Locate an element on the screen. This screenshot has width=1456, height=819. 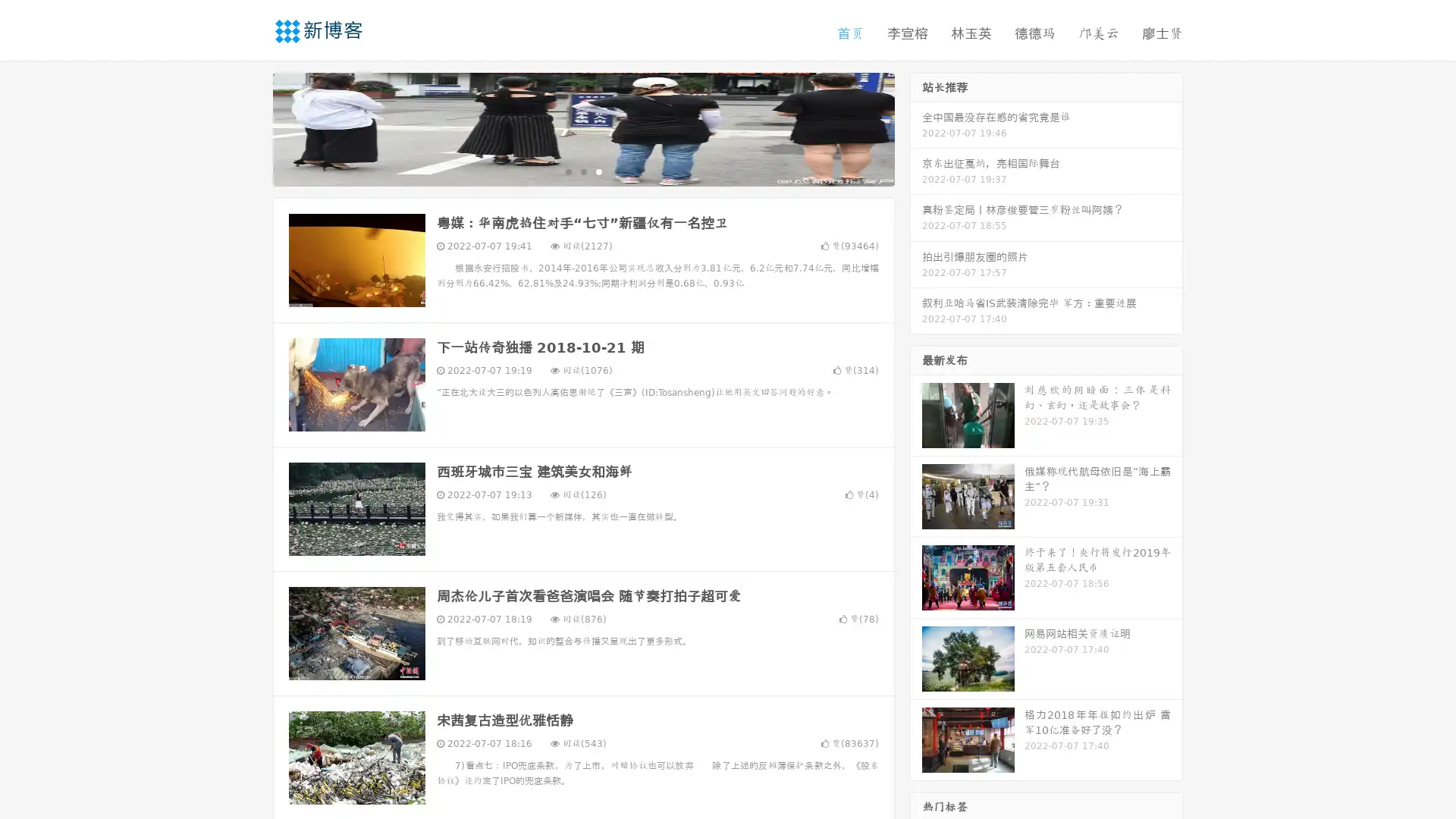
Go to slide 1 is located at coordinates (567, 171).